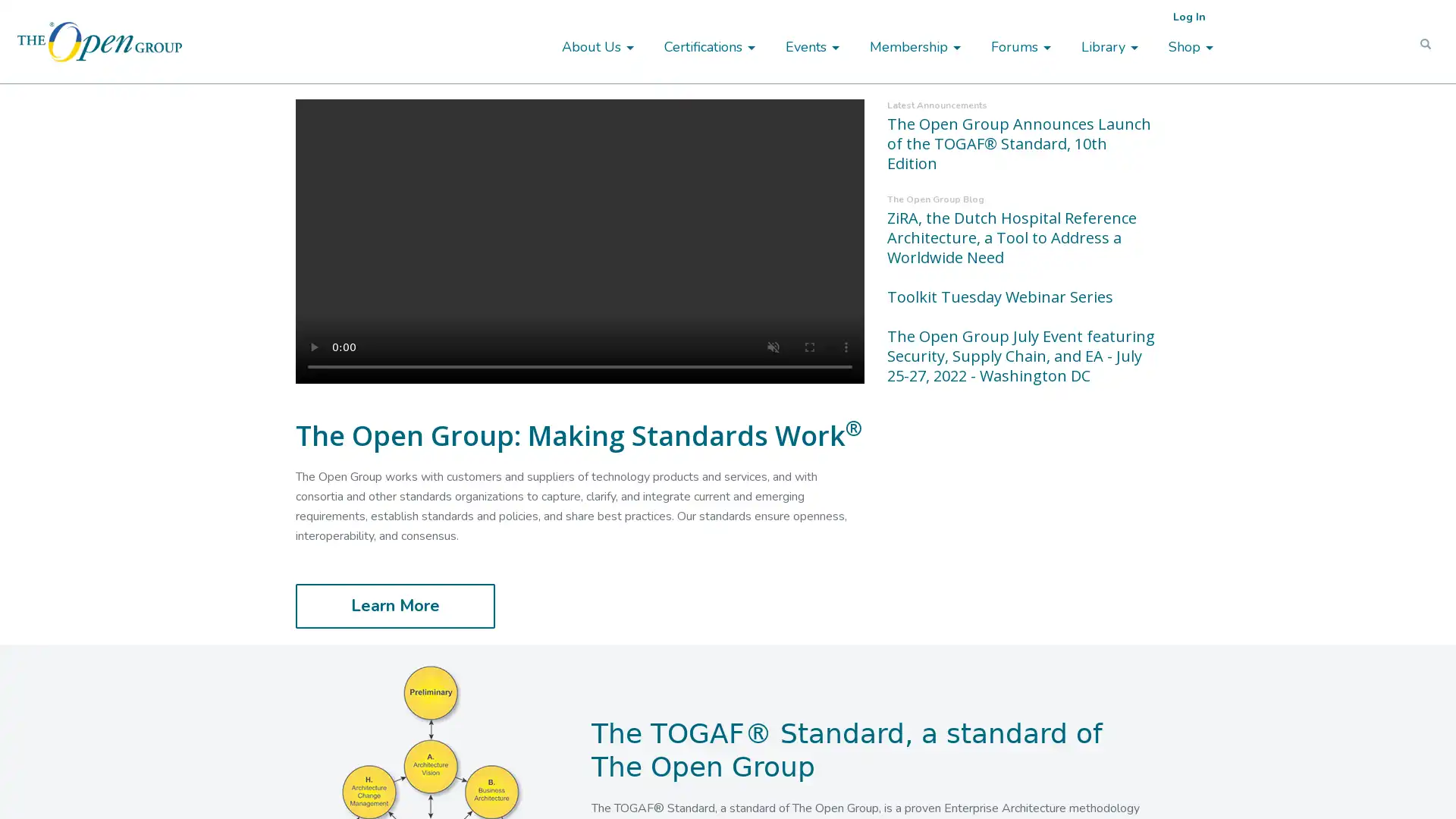 The image size is (1456, 819). What do you see at coordinates (773, 347) in the screenshot?
I see `unmute` at bounding box center [773, 347].